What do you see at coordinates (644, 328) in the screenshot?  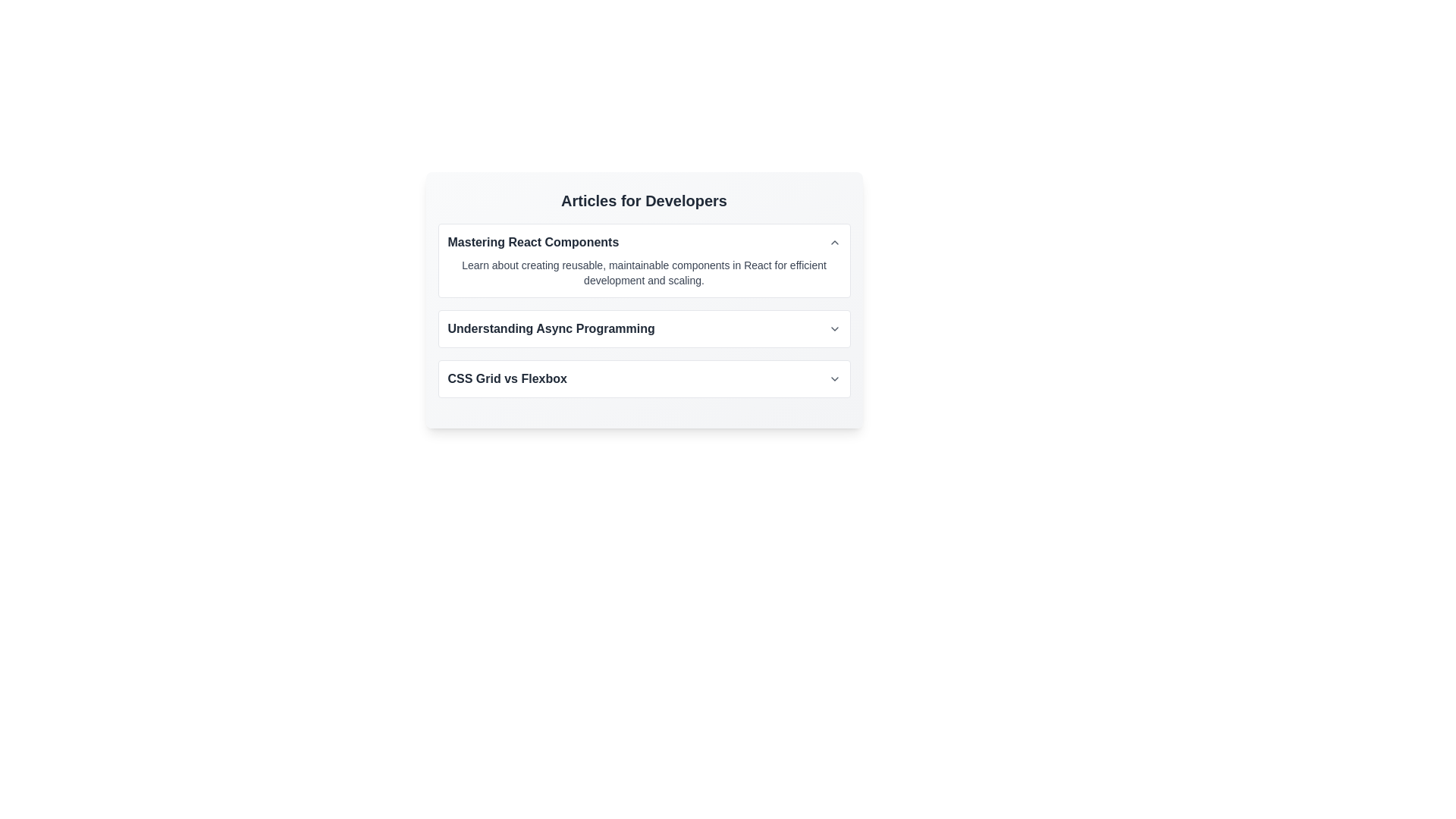 I see `the collapsible section header for asynchronous programming` at bounding box center [644, 328].